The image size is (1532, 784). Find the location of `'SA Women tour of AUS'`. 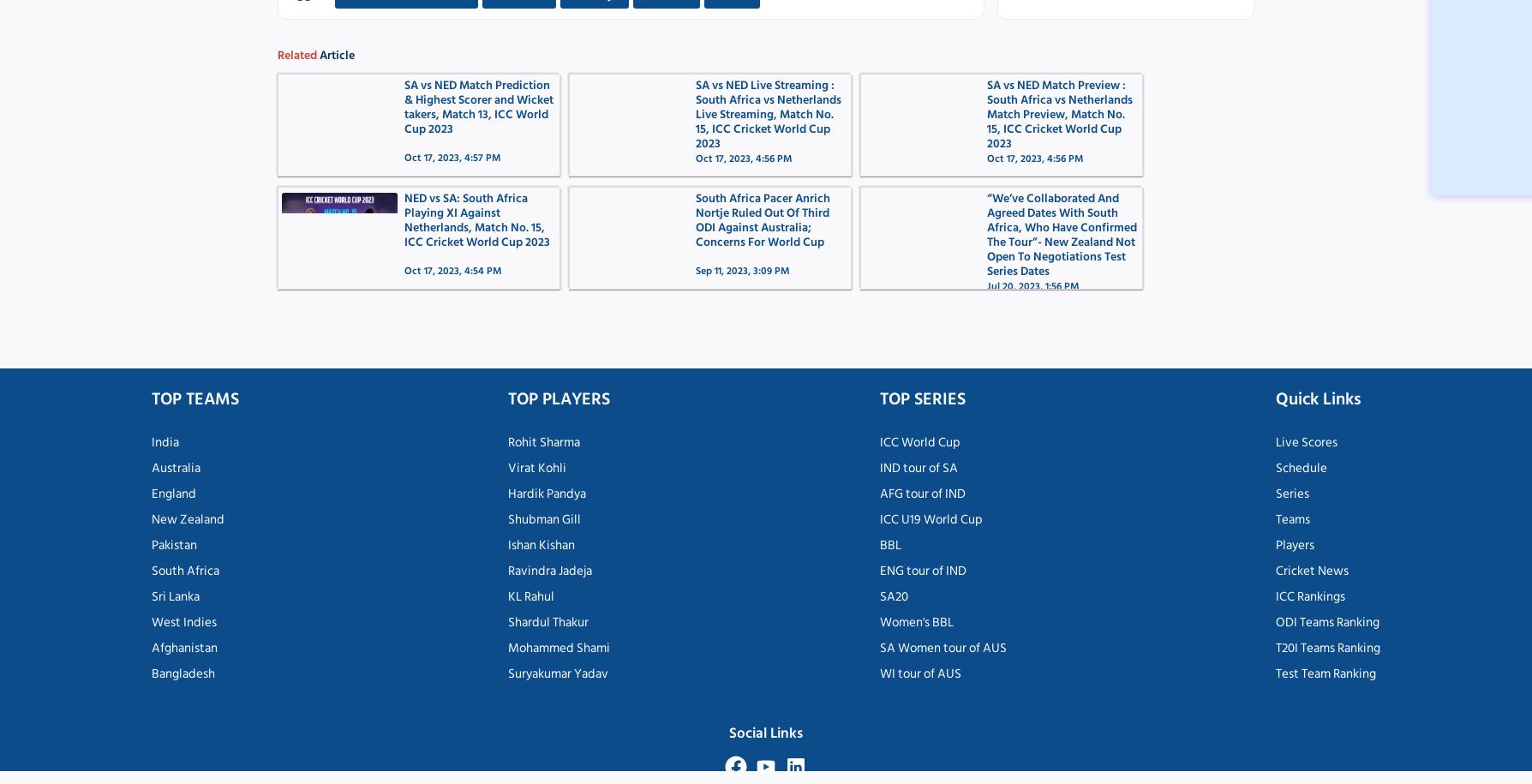

'SA Women tour of AUS' is located at coordinates (942, 647).